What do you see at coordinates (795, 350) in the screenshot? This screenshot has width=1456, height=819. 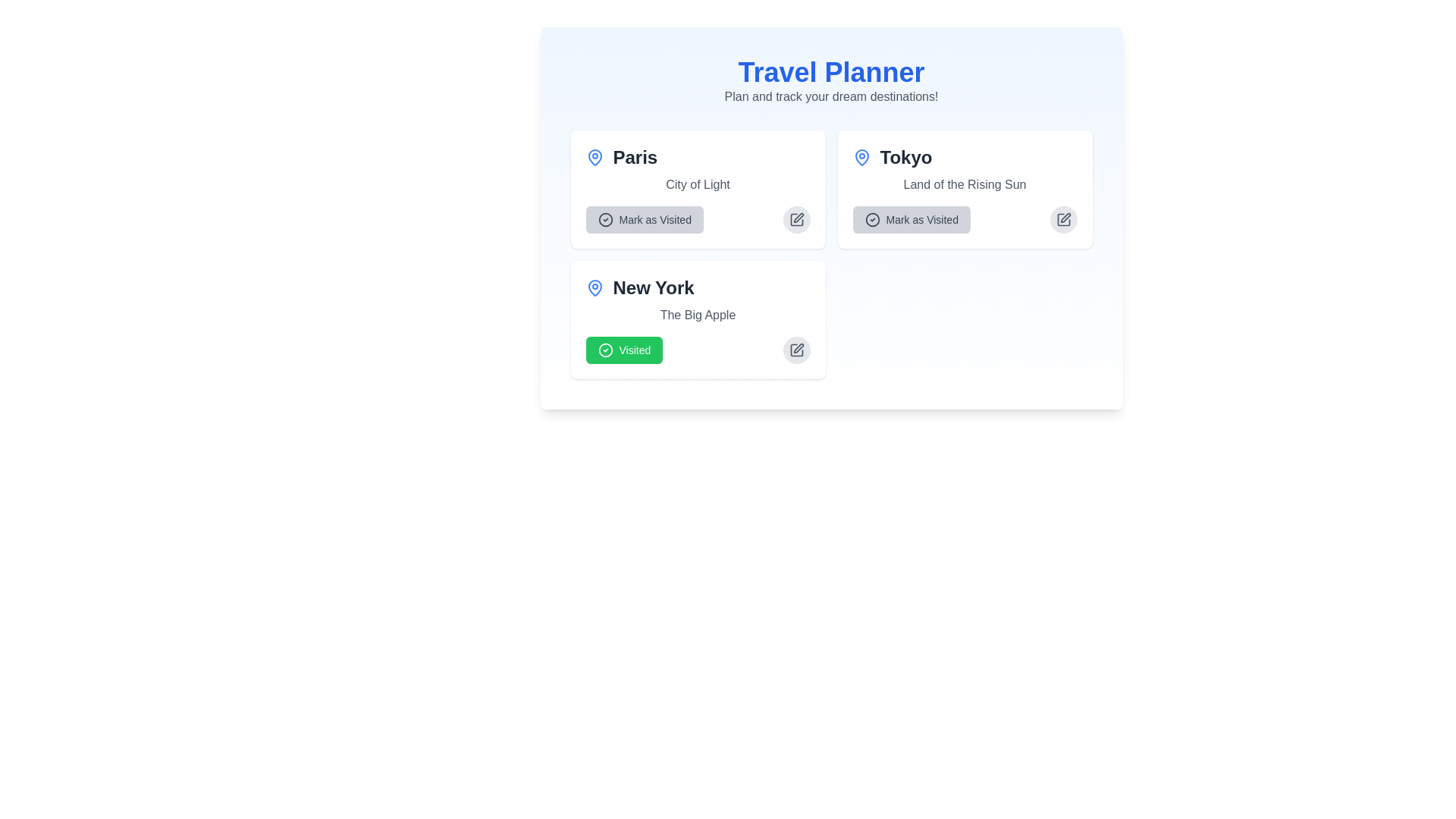 I see `the edit icon button located in the bottom-right corner of the New York card to initiate editing` at bounding box center [795, 350].